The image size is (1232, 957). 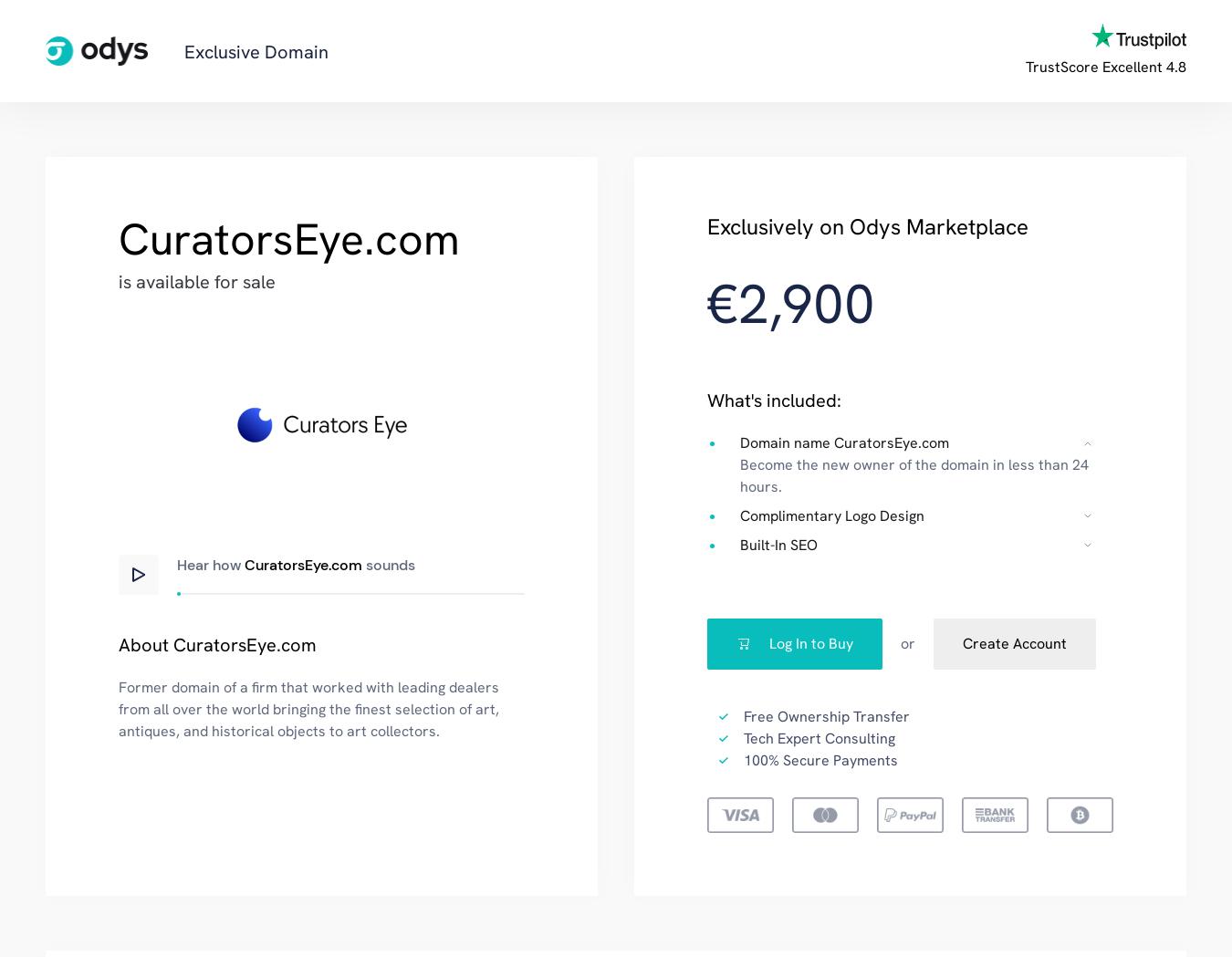 What do you see at coordinates (739, 473) in the screenshot?
I see `'Become the new owner of the domain in less than 24 hours.'` at bounding box center [739, 473].